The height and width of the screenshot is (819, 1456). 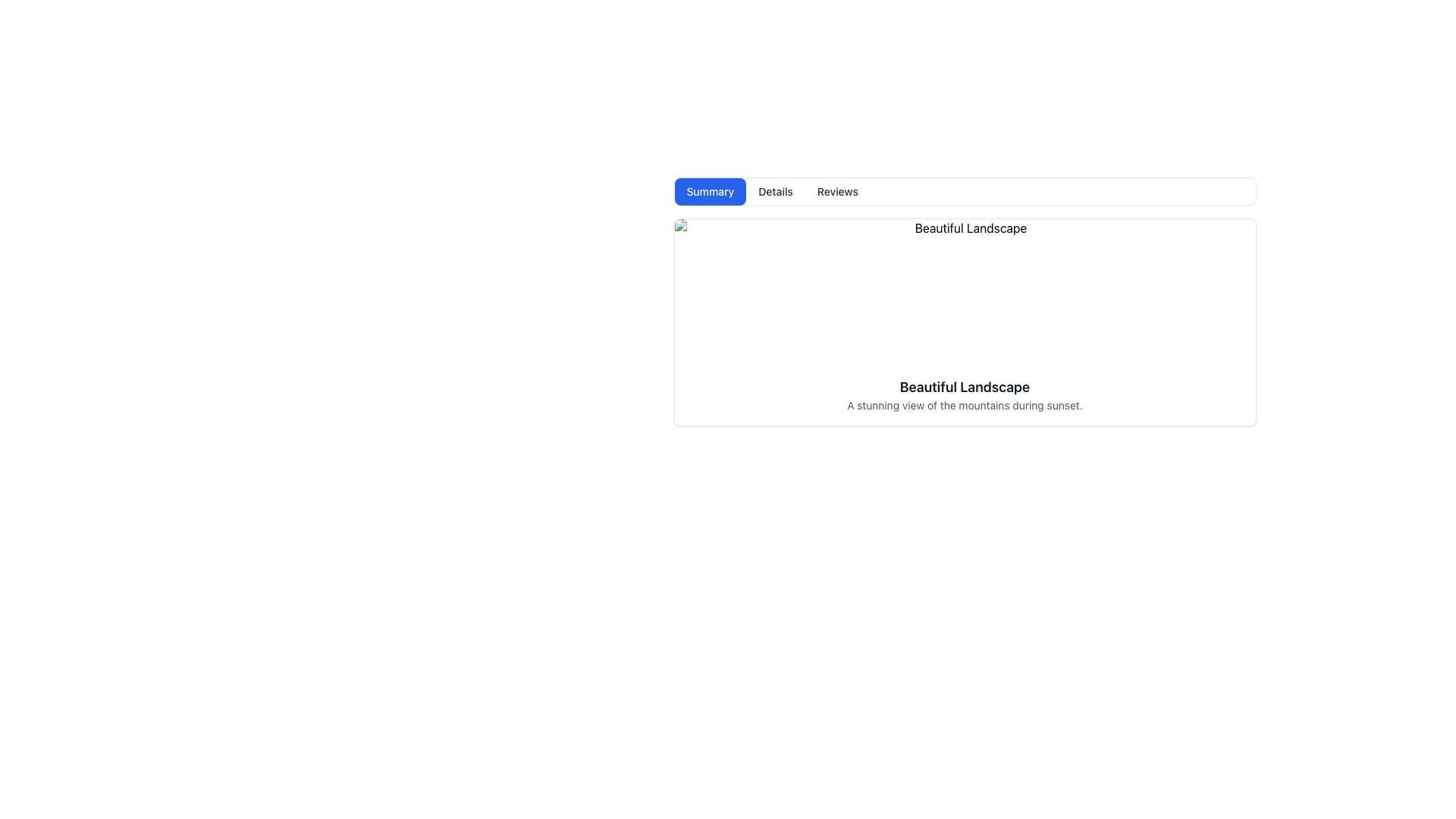 I want to click on the 'Summary' button, so click(x=709, y=191).